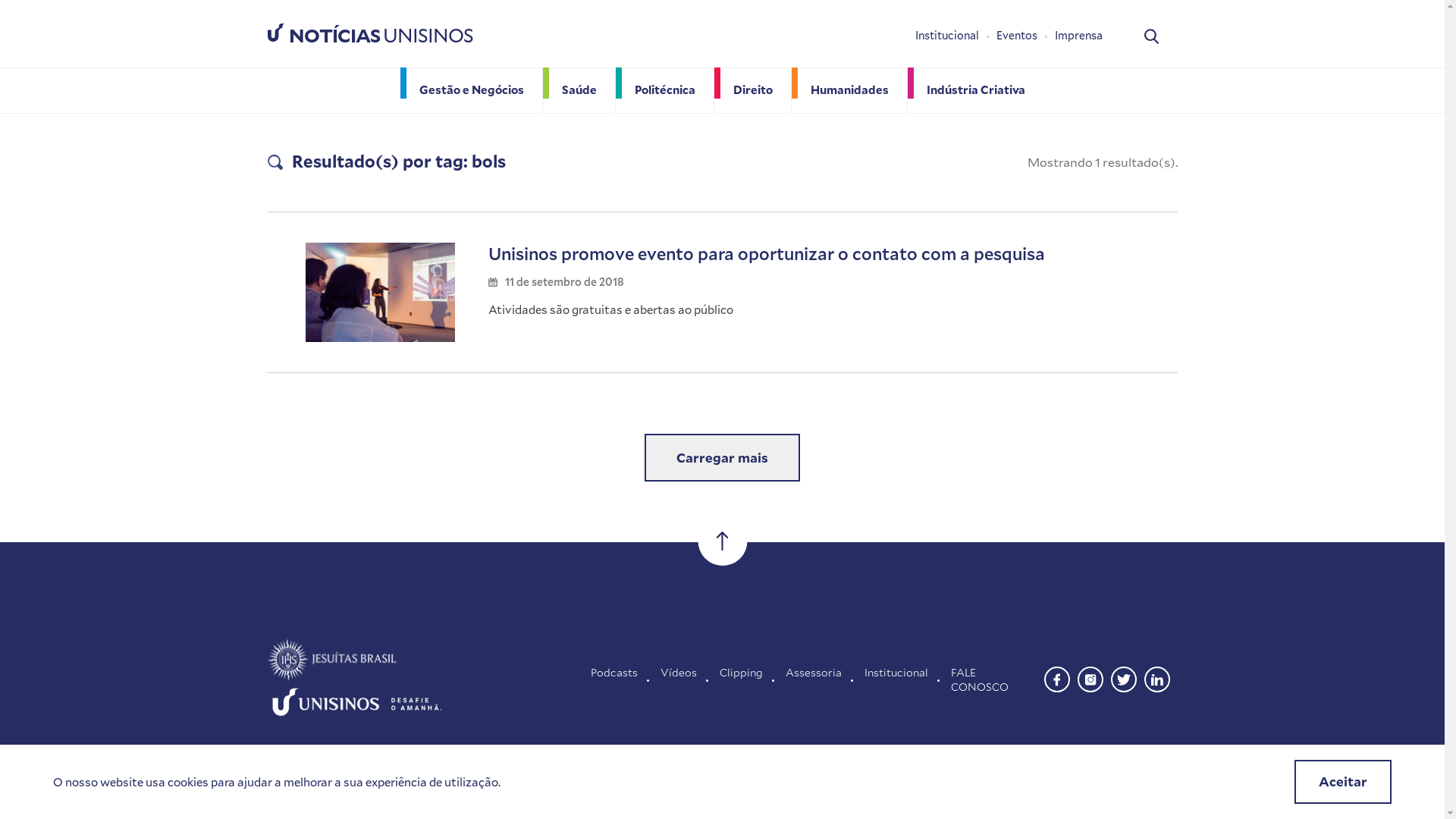 The image size is (1456, 819). What do you see at coordinates (753, 89) in the screenshot?
I see `'Direito'` at bounding box center [753, 89].